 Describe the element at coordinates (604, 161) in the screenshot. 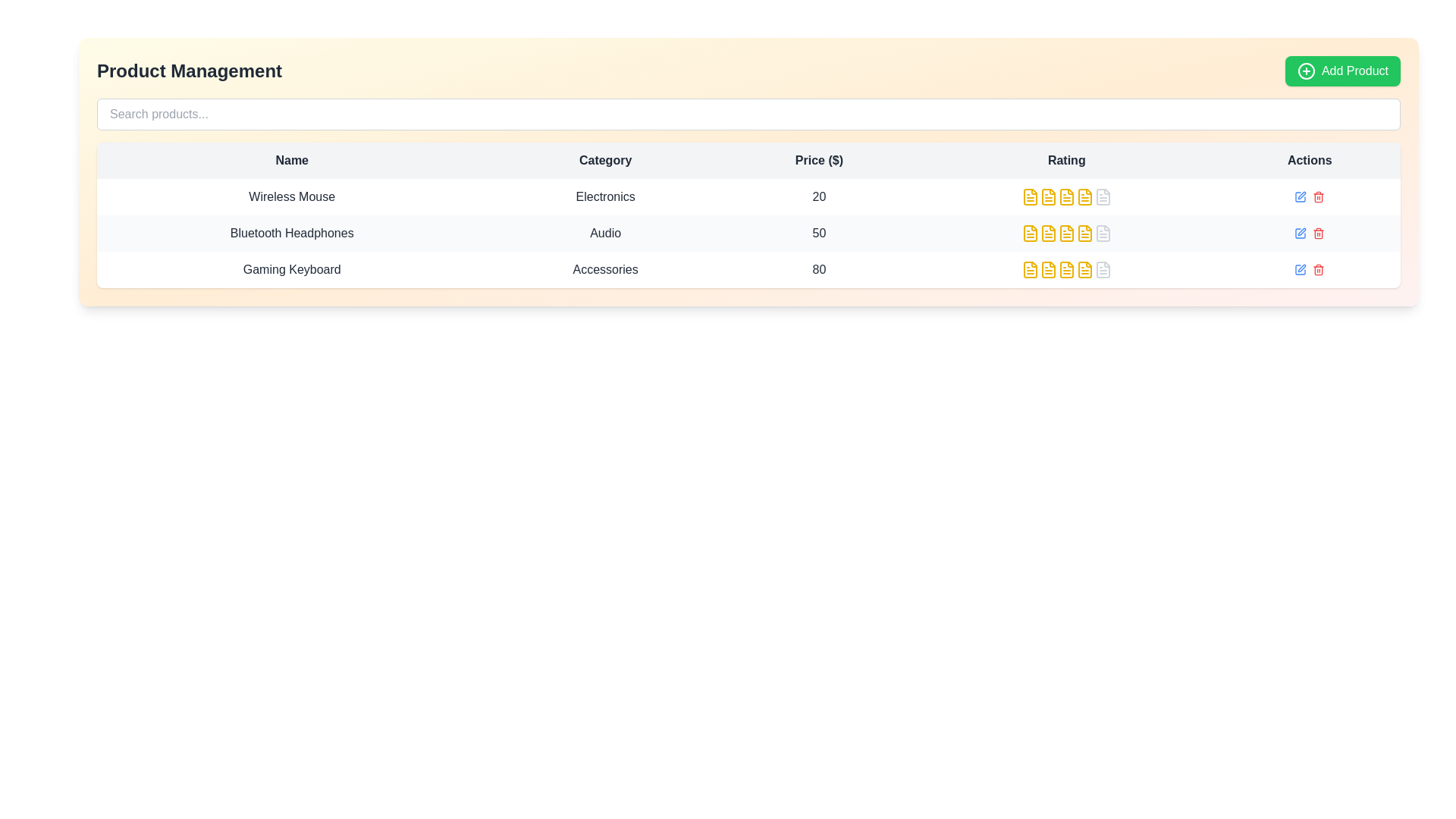

I see `the text label that contains the word 'Category', which is the second header in a row located at the top of the table, positioned between 'Name' and 'Price ($)'` at that location.